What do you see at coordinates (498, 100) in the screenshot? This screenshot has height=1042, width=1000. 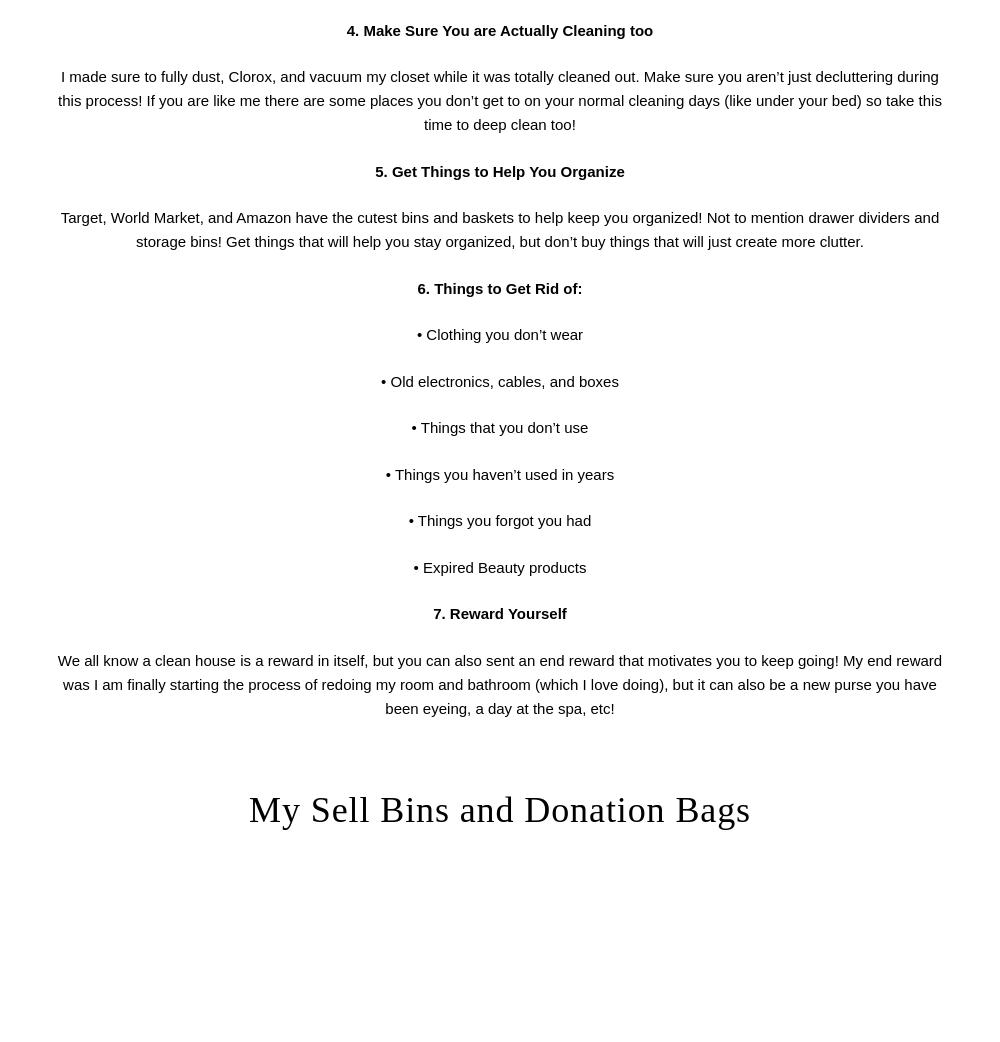 I see `'I made sure to fully dust, Clorox, and vacuum my closet while it was totally cleaned out. Make sure you aren’t just decluttering during this process! If you are like me there are some places you don’t get to on your normal cleaning days (like under your bed) so take this time to deep clean too!'` at bounding box center [498, 100].